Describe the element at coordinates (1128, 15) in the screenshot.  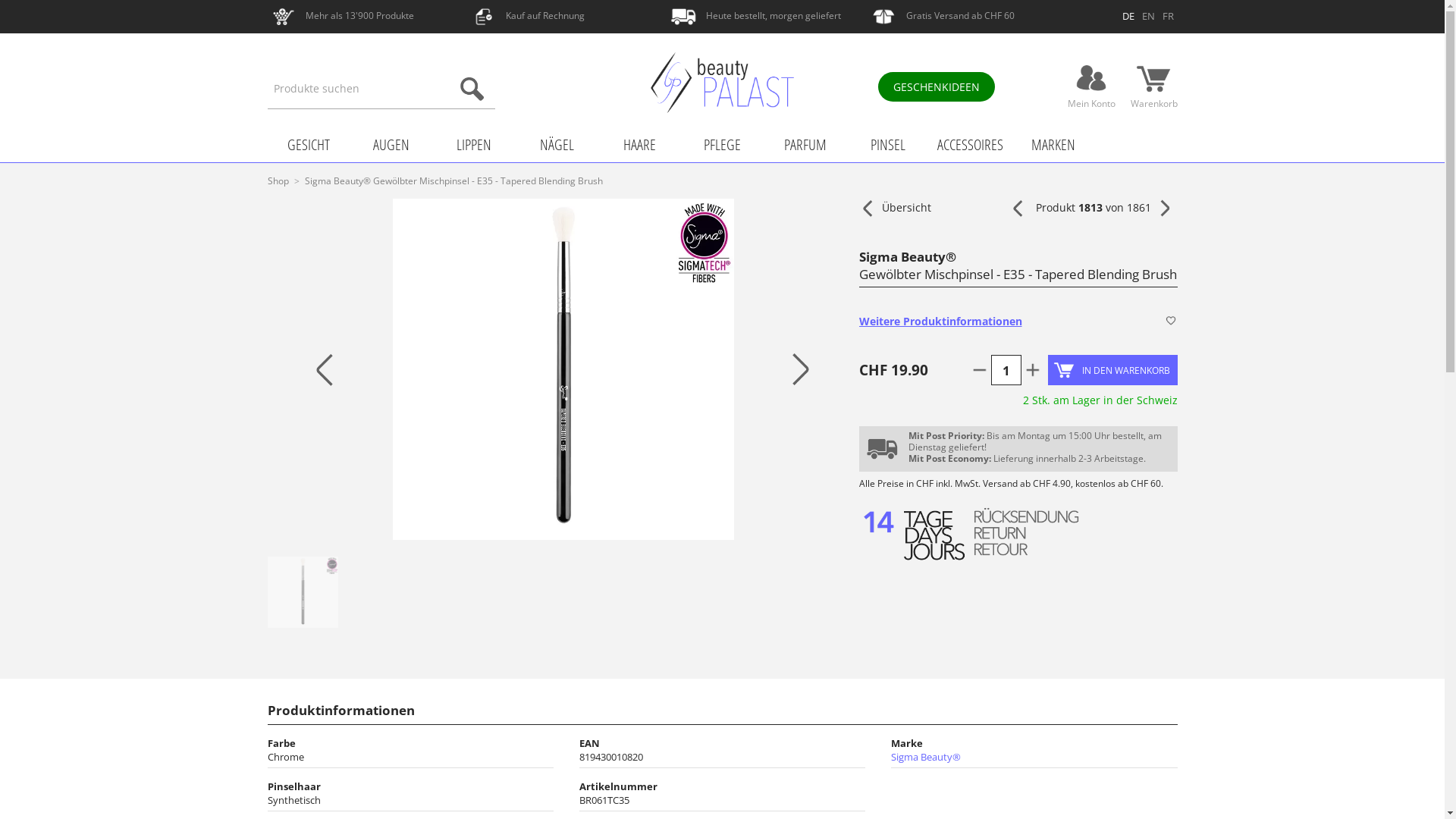
I see `'DE'` at that location.